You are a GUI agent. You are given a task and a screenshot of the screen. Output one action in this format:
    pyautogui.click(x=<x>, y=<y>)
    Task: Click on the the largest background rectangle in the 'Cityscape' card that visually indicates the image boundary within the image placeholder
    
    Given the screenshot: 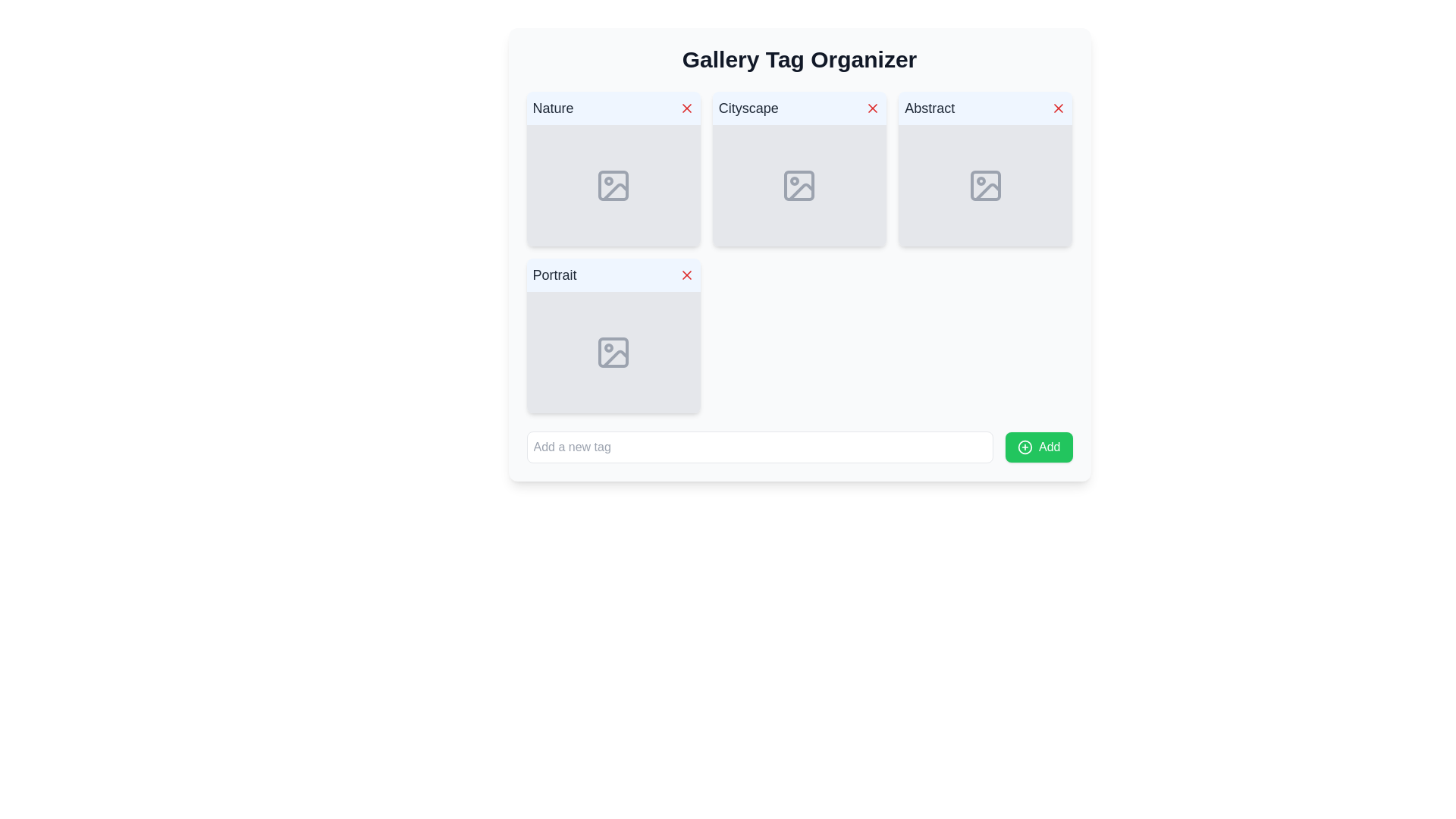 What is the action you would take?
    pyautogui.click(x=799, y=185)
    